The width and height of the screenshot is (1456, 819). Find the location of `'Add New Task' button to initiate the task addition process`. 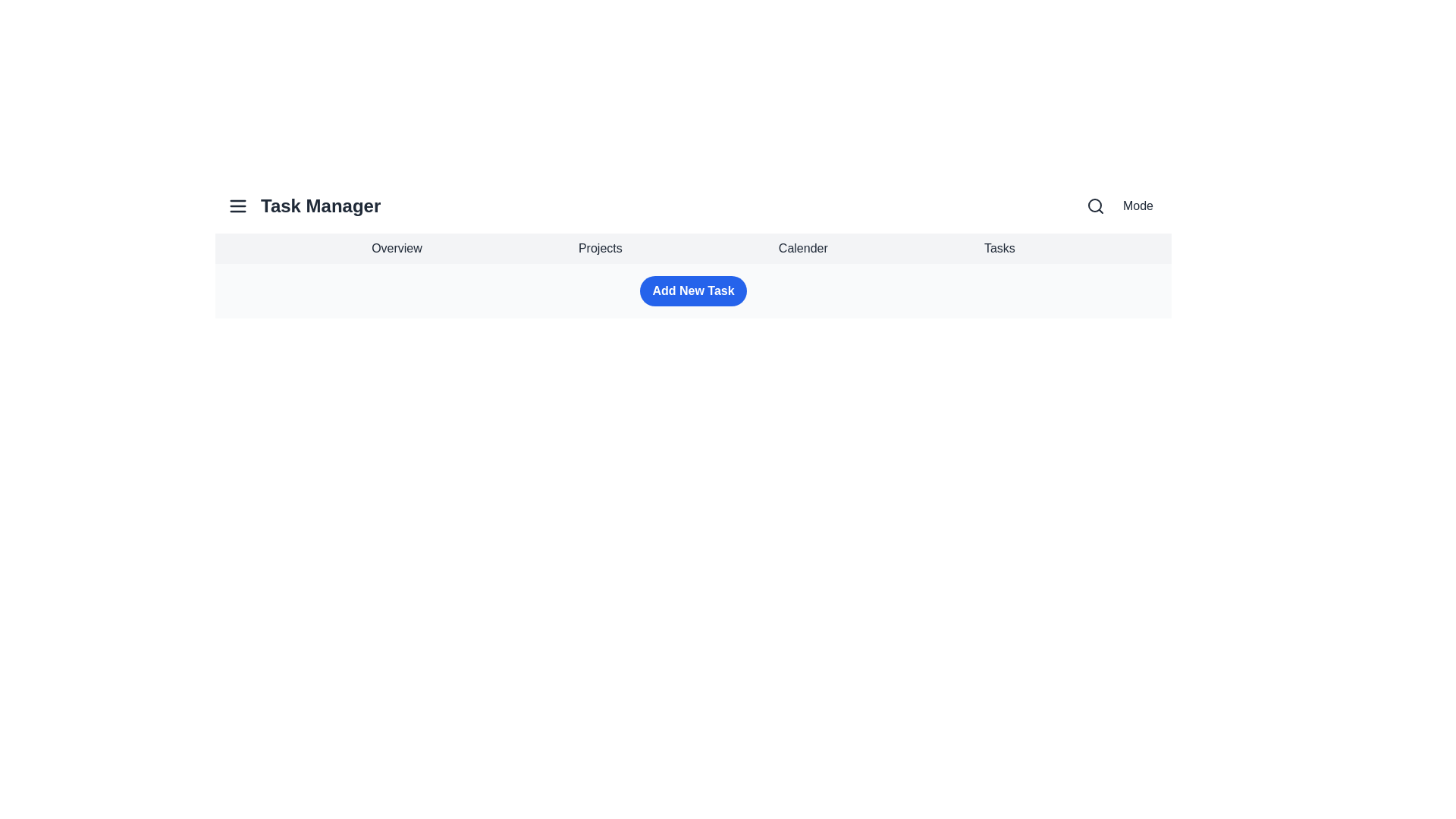

'Add New Task' button to initiate the task addition process is located at coordinates (692, 291).